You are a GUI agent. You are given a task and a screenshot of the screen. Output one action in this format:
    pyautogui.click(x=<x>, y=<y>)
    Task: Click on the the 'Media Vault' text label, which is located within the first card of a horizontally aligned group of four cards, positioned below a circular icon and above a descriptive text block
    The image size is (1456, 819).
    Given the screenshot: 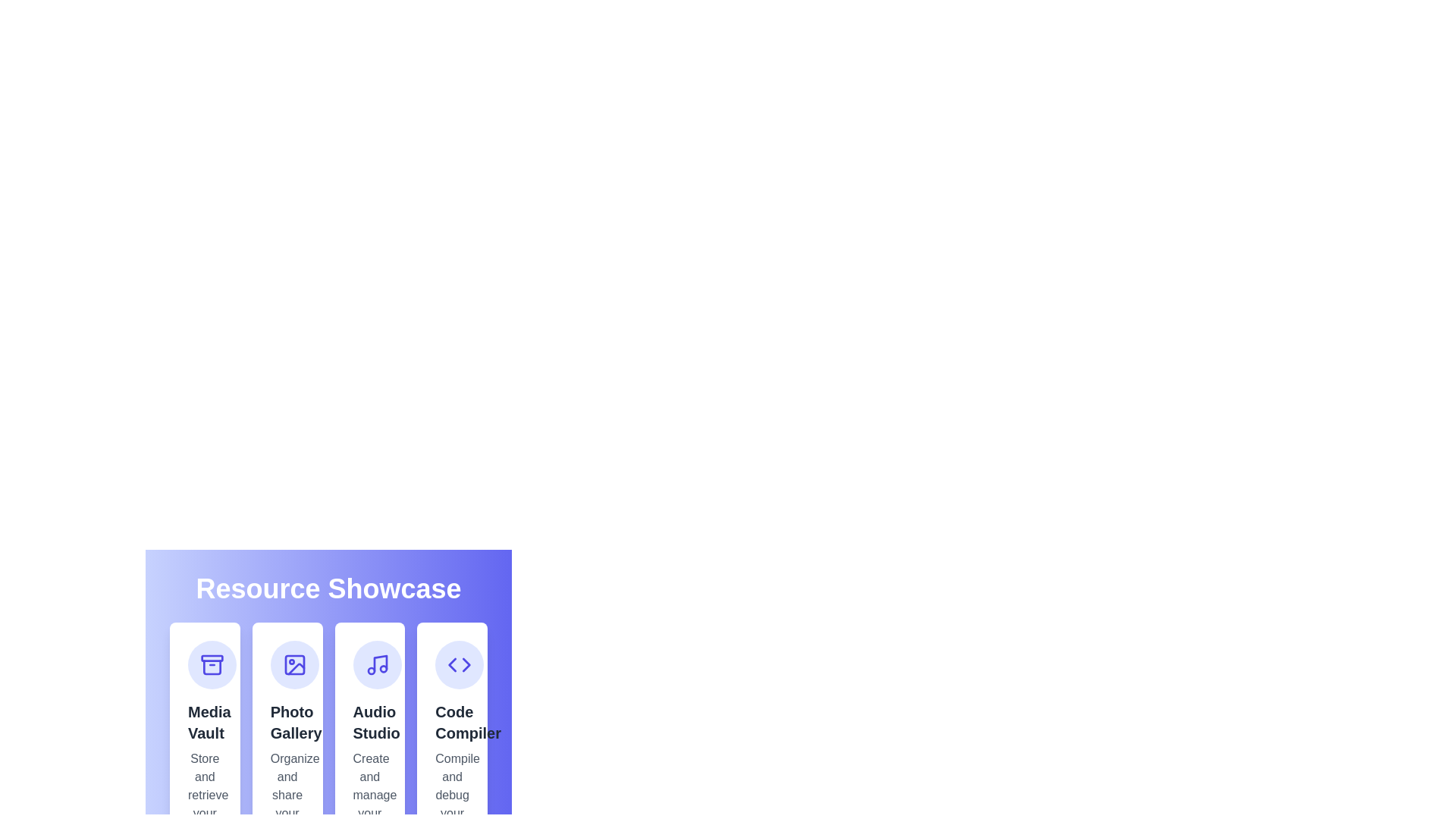 What is the action you would take?
    pyautogui.click(x=204, y=721)
    